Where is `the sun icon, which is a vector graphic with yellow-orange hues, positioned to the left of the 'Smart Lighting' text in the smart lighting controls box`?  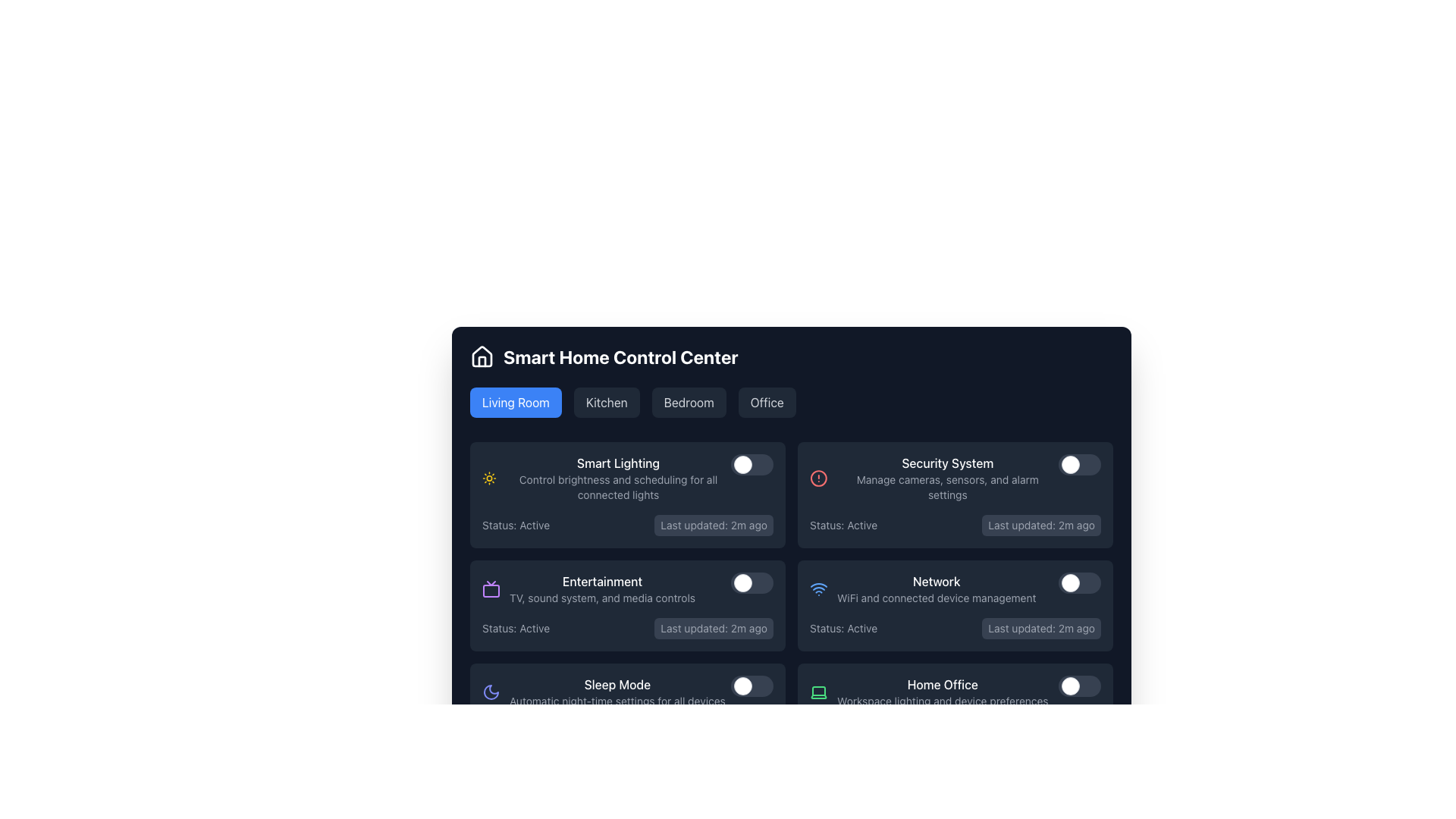 the sun icon, which is a vector graphic with yellow-orange hues, positioned to the left of the 'Smart Lighting' text in the smart lighting controls box is located at coordinates (489, 479).